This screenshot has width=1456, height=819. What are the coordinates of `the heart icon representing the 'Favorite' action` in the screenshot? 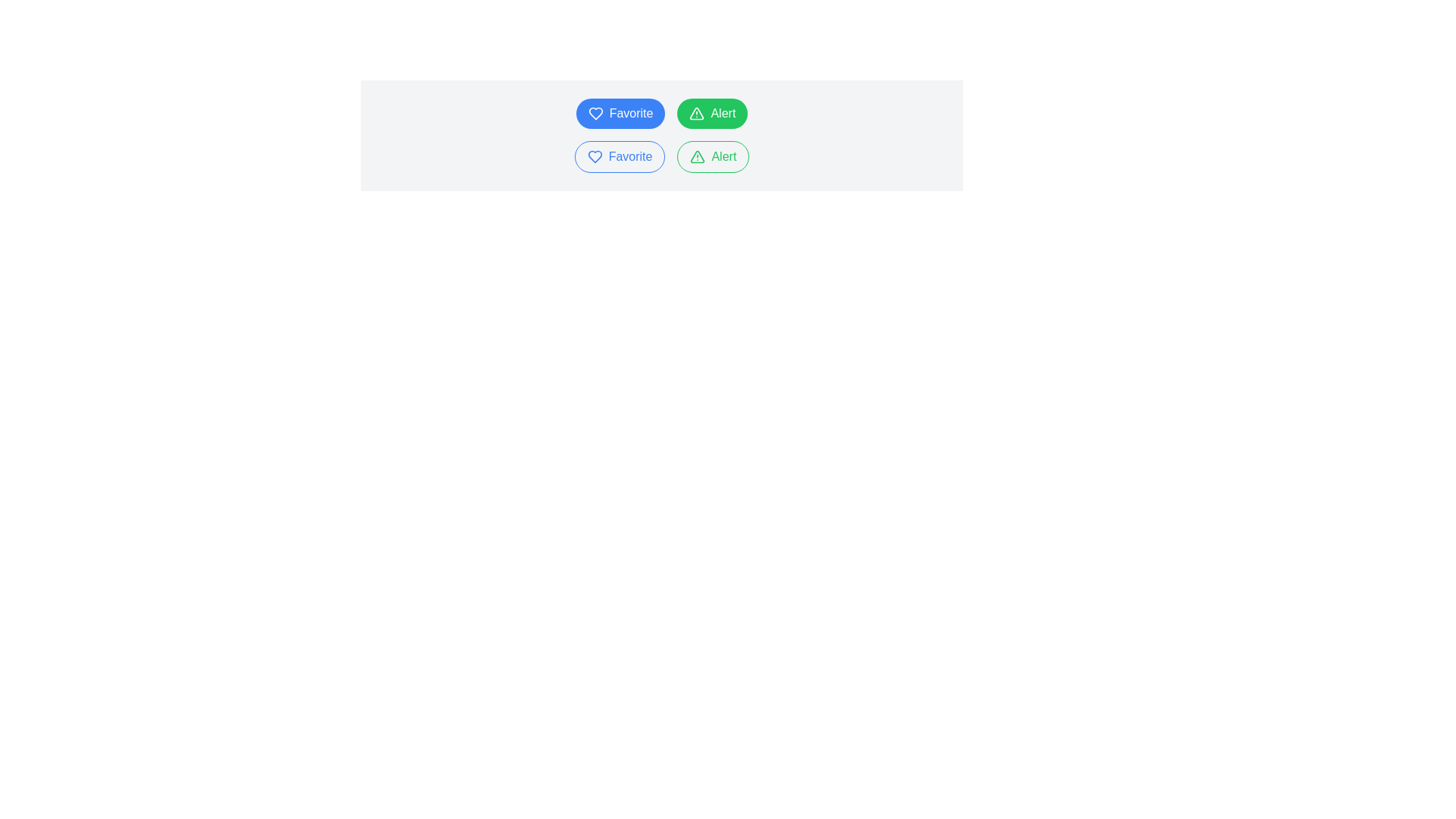 It's located at (594, 157).